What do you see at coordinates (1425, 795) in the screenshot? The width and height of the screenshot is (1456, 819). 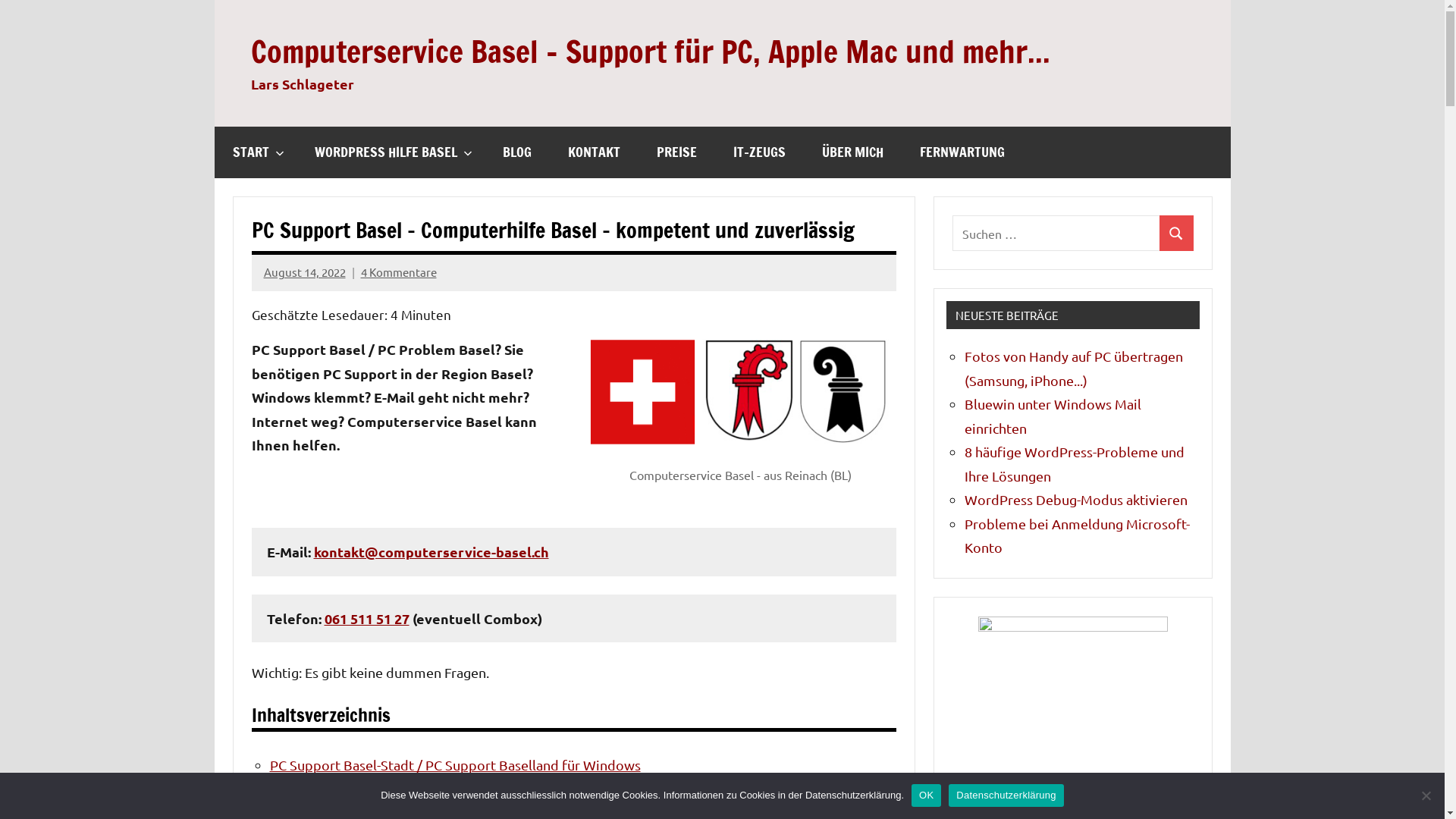 I see `'Nein'` at bounding box center [1425, 795].